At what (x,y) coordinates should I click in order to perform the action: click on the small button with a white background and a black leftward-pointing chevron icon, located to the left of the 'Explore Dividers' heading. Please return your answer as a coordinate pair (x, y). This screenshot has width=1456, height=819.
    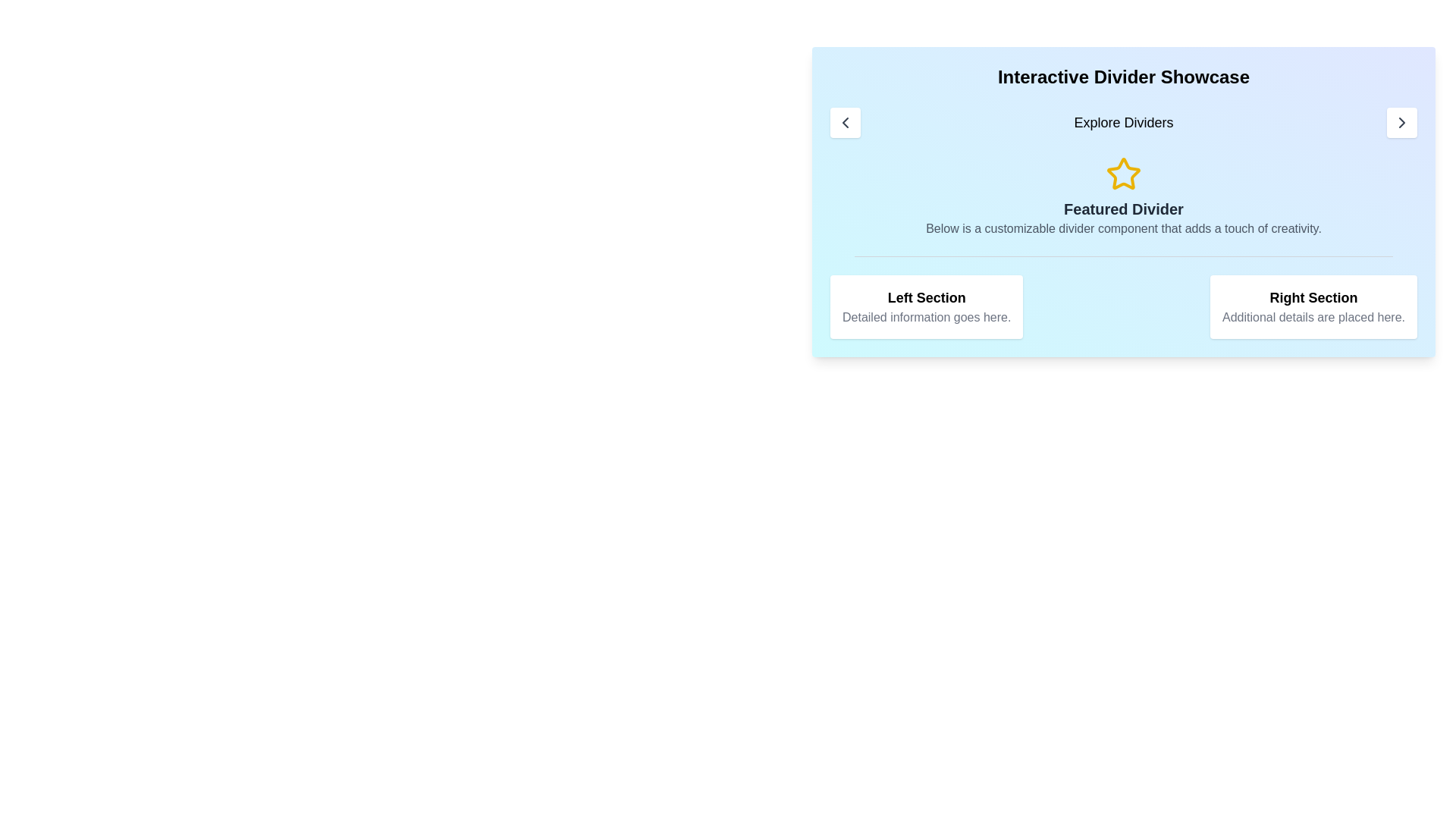
    Looking at the image, I should click on (844, 122).